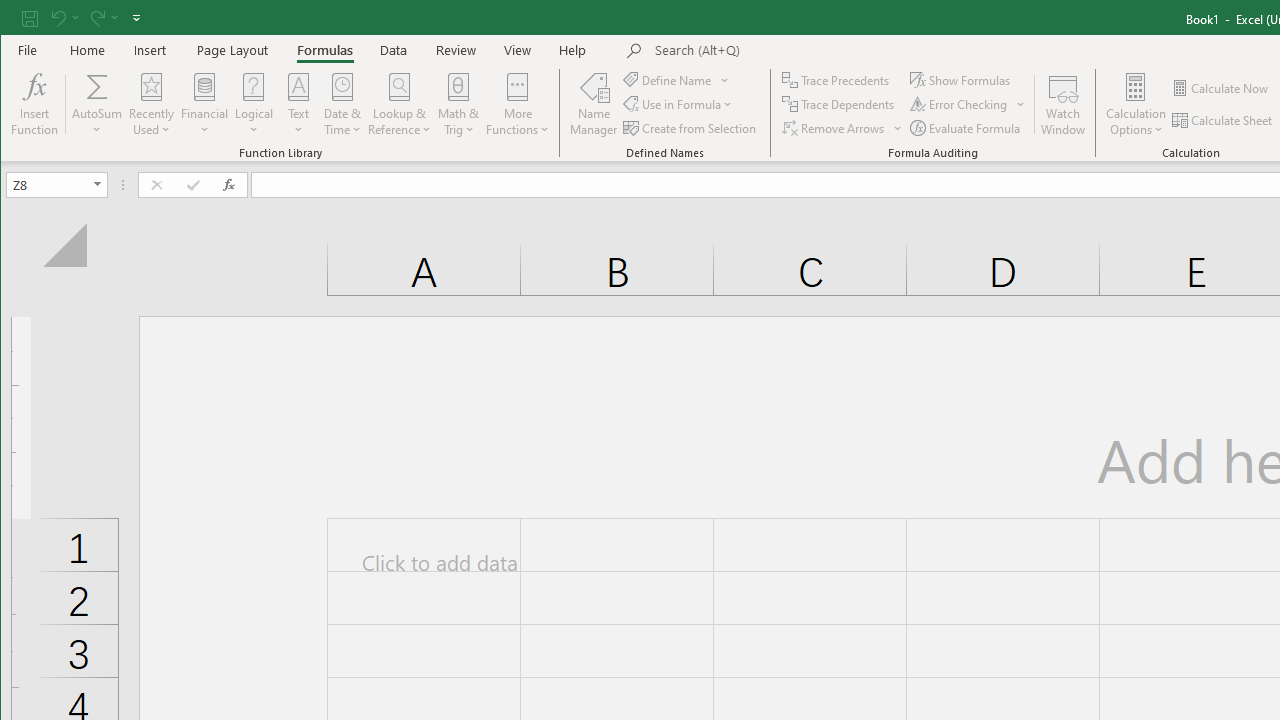  Describe the element at coordinates (967, 128) in the screenshot. I see `'Evaluate Formula'` at that location.